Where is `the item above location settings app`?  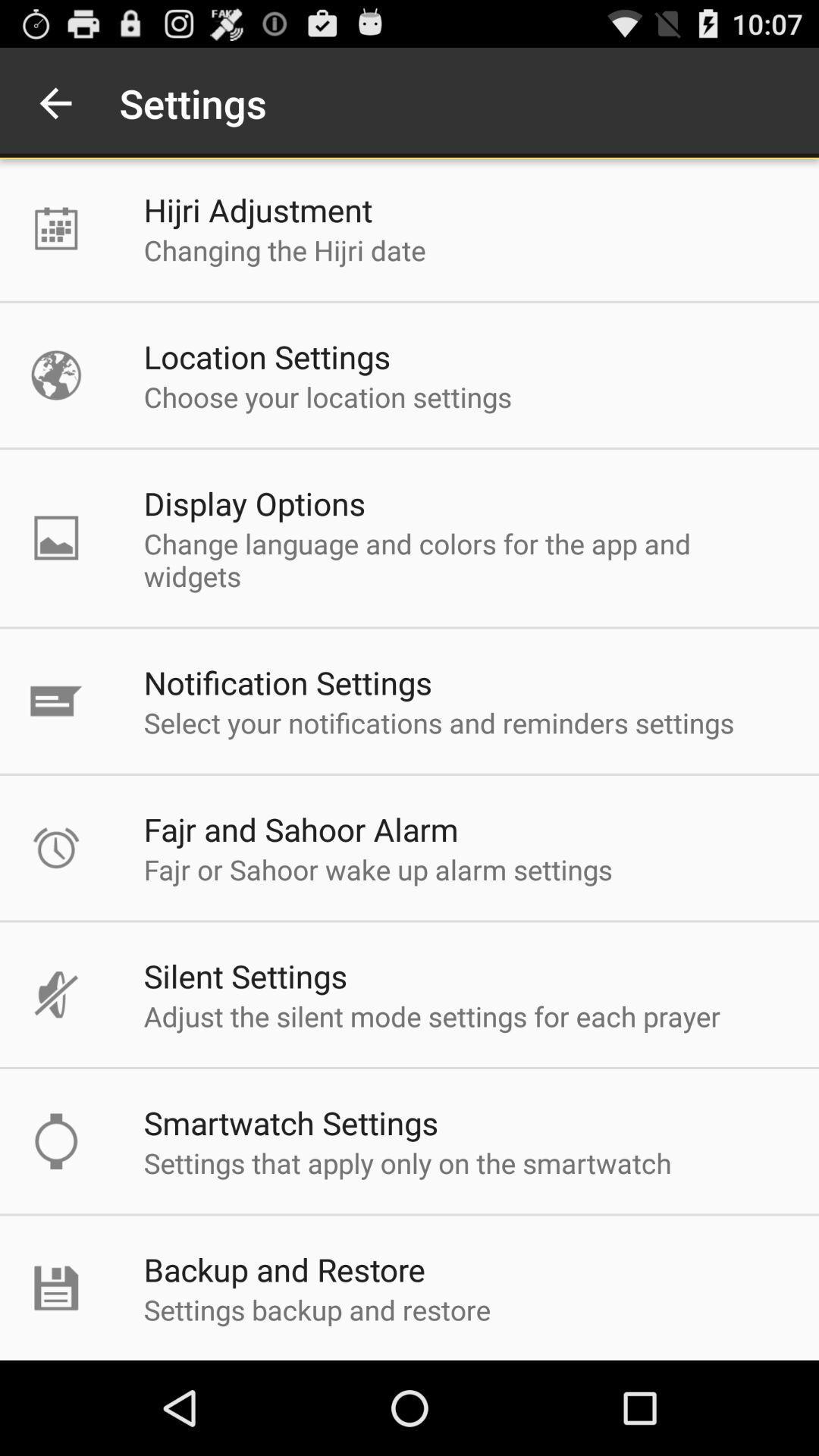 the item above location settings app is located at coordinates (284, 250).